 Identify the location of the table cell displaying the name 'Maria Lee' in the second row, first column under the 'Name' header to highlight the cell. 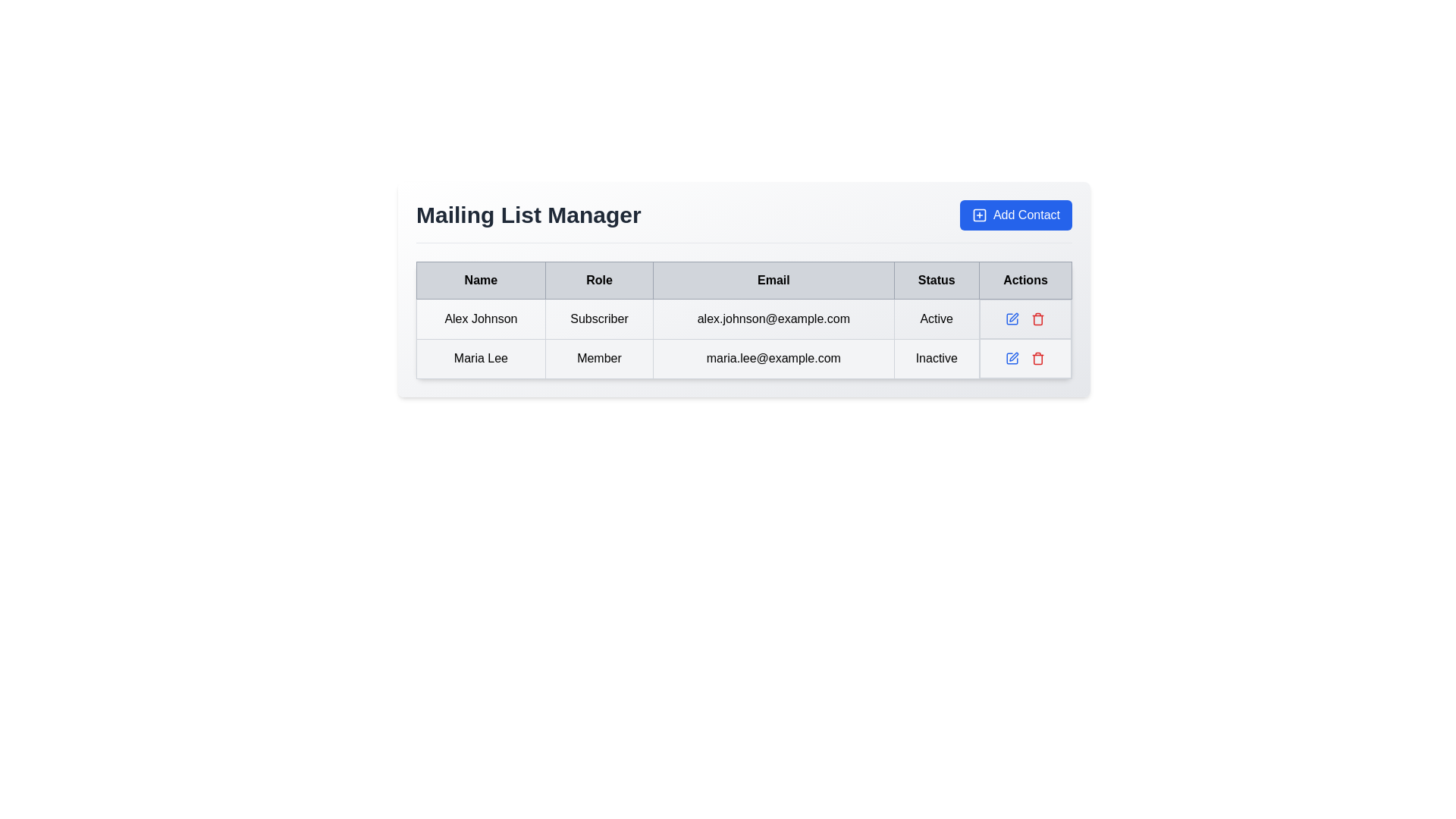
(480, 359).